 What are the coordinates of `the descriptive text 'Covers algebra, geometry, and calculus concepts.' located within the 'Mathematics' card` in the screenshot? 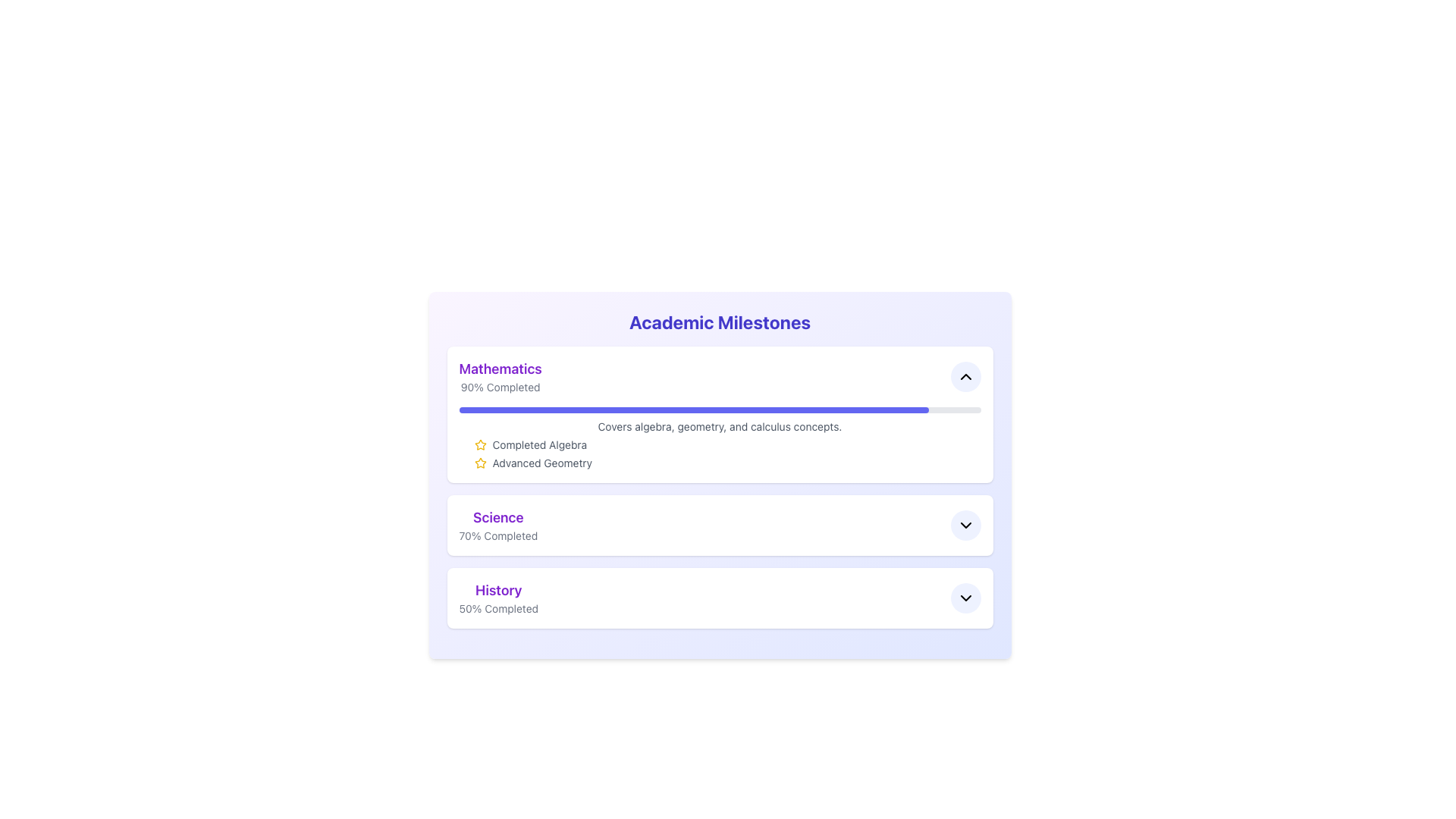 It's located at (719, 427).